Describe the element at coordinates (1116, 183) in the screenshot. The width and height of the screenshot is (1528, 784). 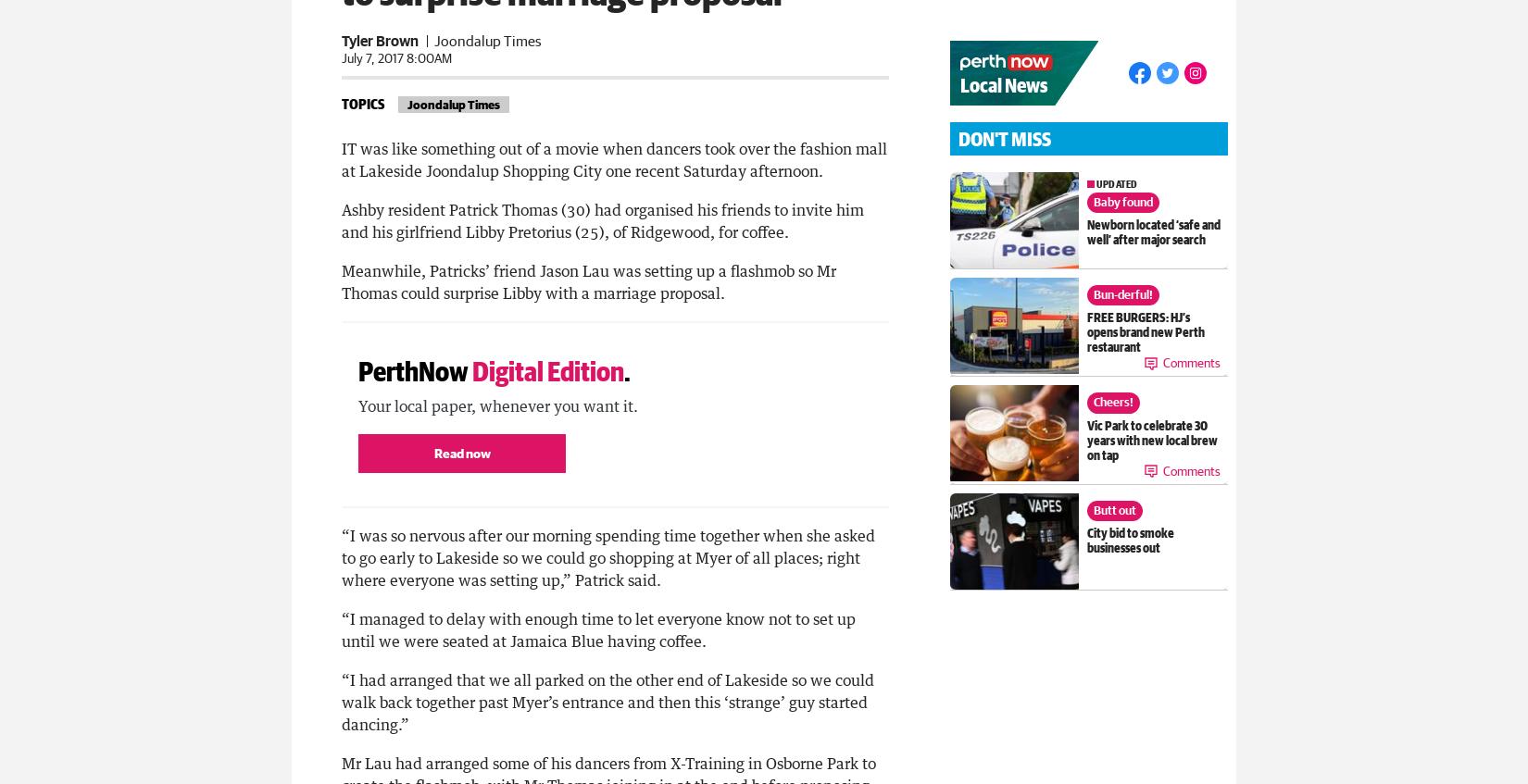
I see `'updated'` at that location.